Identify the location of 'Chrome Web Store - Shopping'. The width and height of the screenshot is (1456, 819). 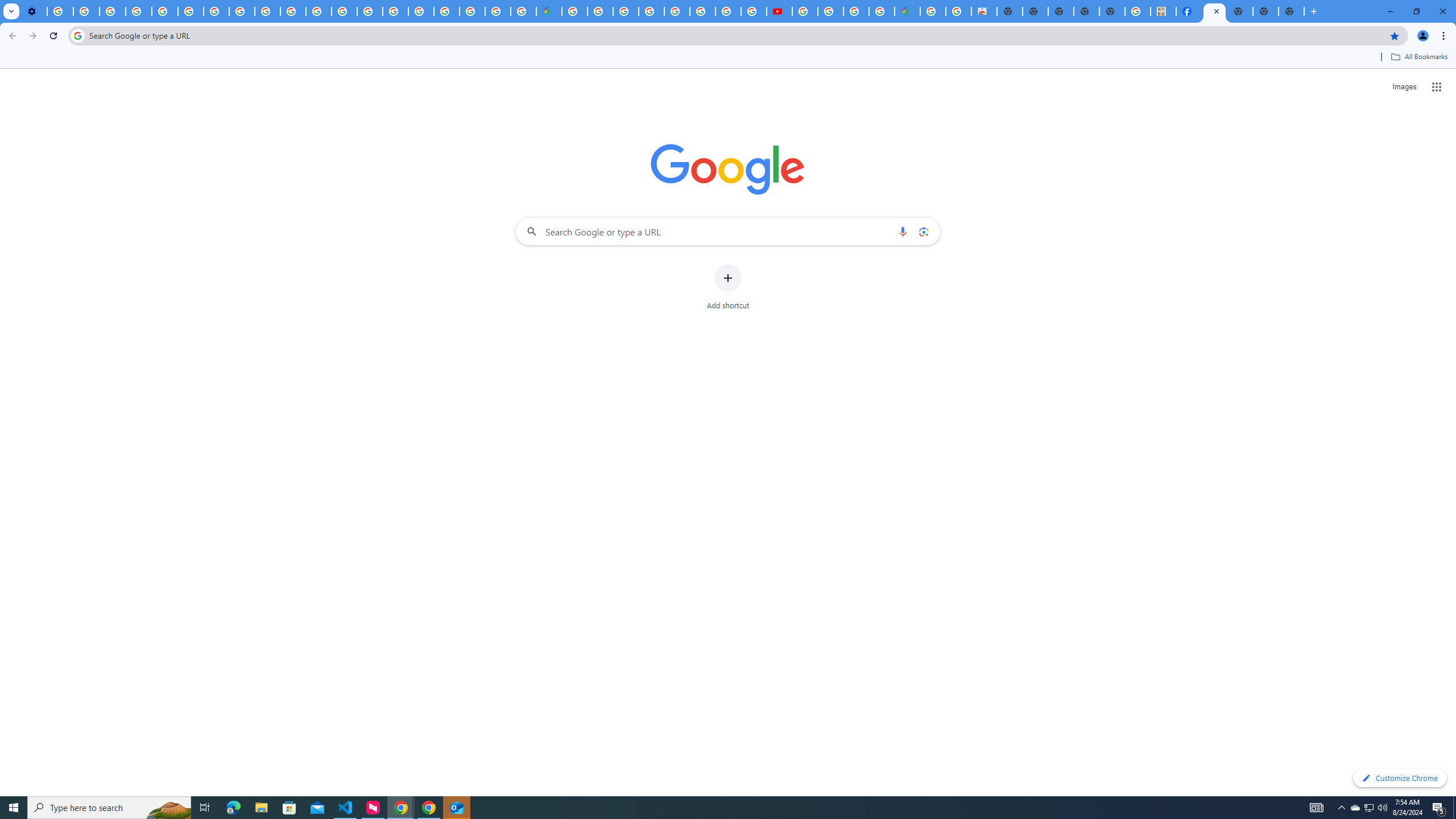
(983, 11).